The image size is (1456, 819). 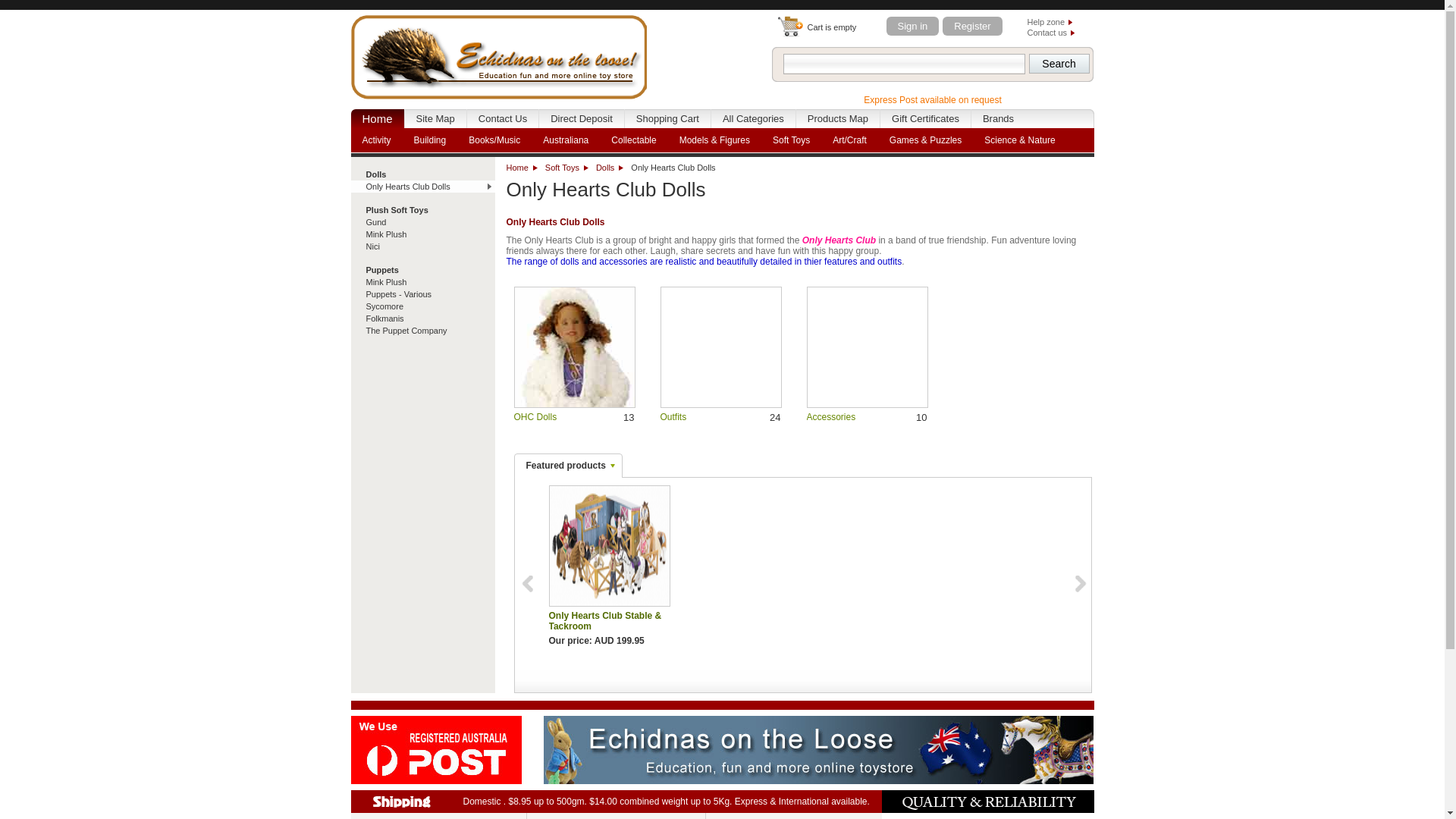 What do you see at coordinates (836, 118) in the screenshot?
I see `'Products Map'` at bounding box center [836, 118].